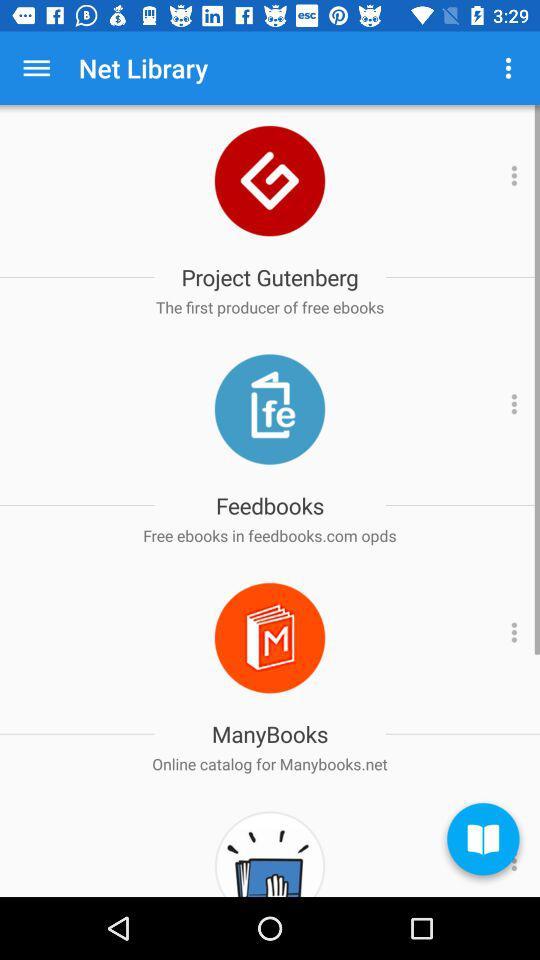 Image resolution: width=540 pixels, height=960 pixels. What do you see at coordinates (270, 763) in the screenshot?
I see `the online catalog for icon` at bounding box center [270, 763].